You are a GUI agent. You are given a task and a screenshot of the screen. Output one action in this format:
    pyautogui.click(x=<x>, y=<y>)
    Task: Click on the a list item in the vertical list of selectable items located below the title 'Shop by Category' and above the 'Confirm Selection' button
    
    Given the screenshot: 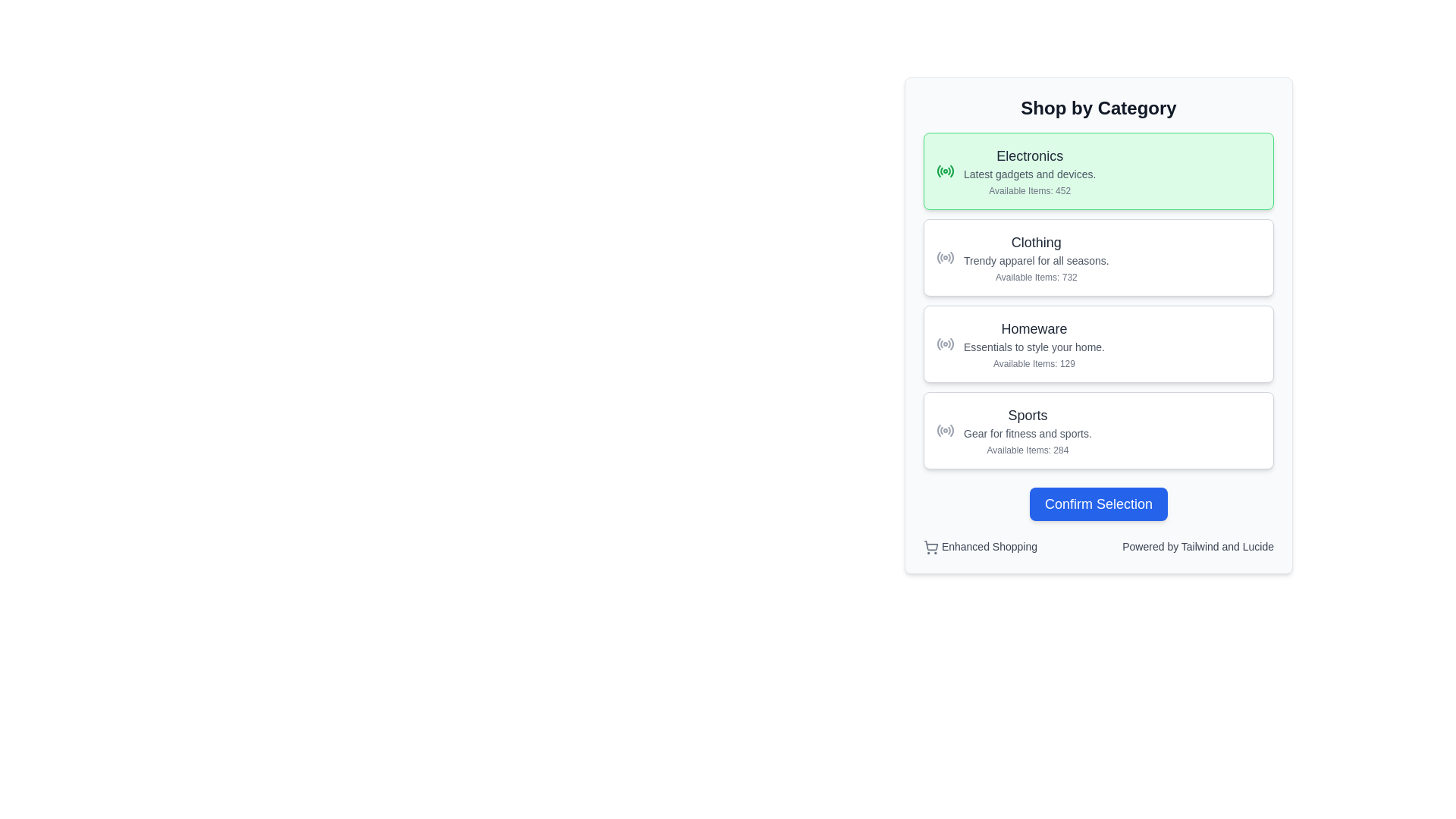 What is the action you would take?
    pyautogui.click(x=1099, y=301)
    